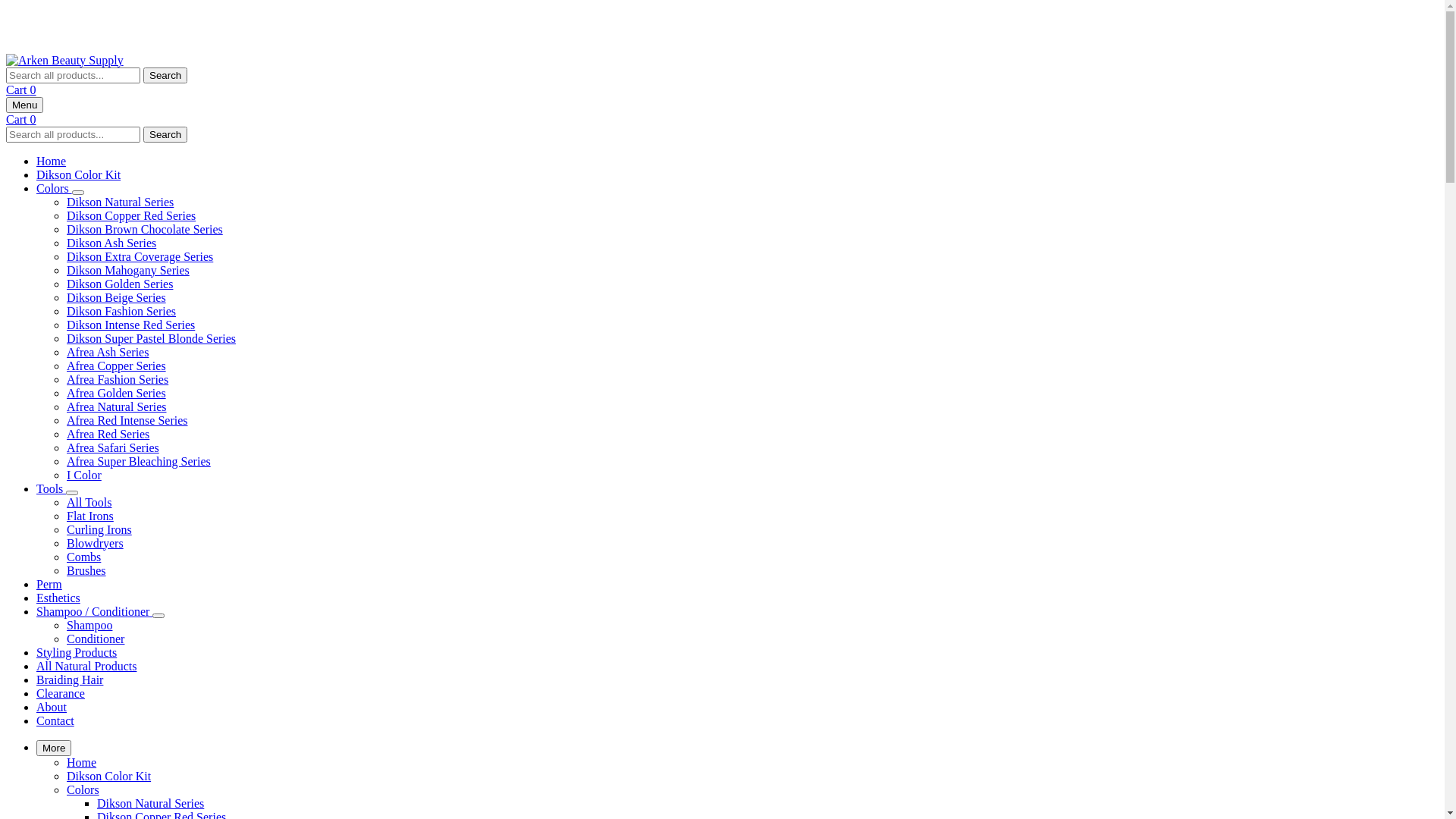  I want to click on 'Dikson Brown Chocolate Series', so click(145, 229).